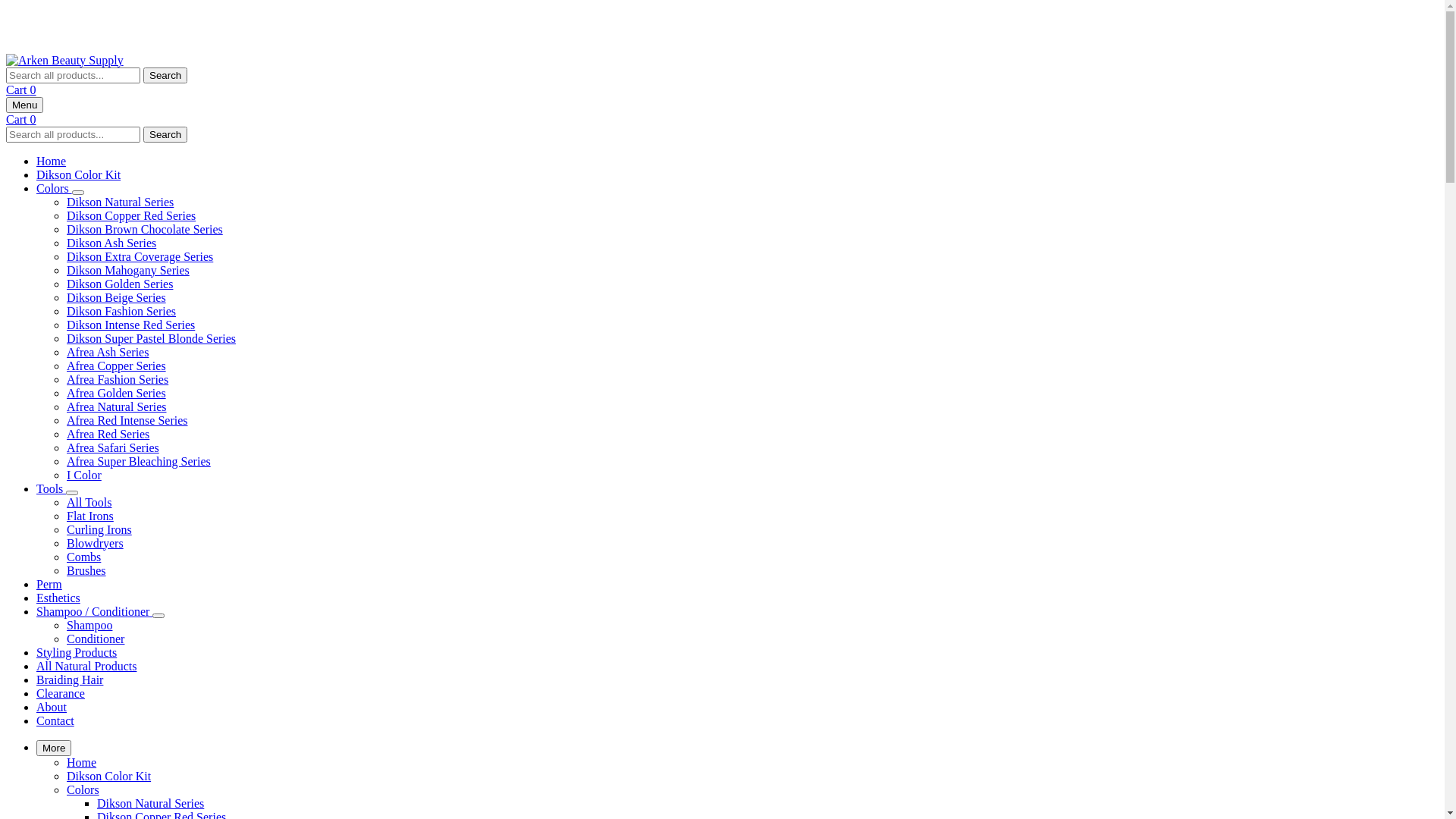  I want to click on 'Dikson Brown Chocolate Series', so click(145, 229).